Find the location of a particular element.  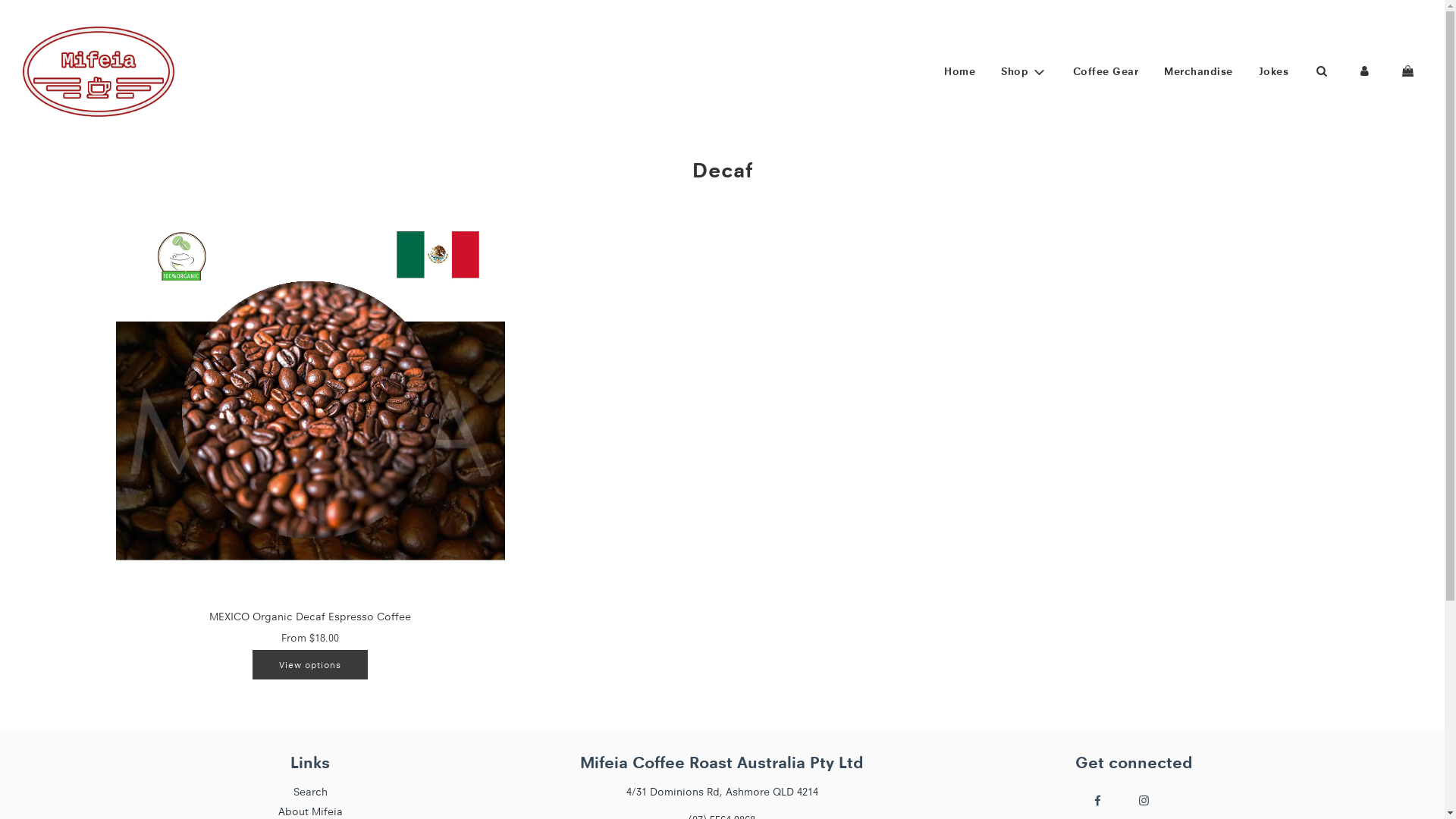

'Shop' is located at coordinates (1024, 71).